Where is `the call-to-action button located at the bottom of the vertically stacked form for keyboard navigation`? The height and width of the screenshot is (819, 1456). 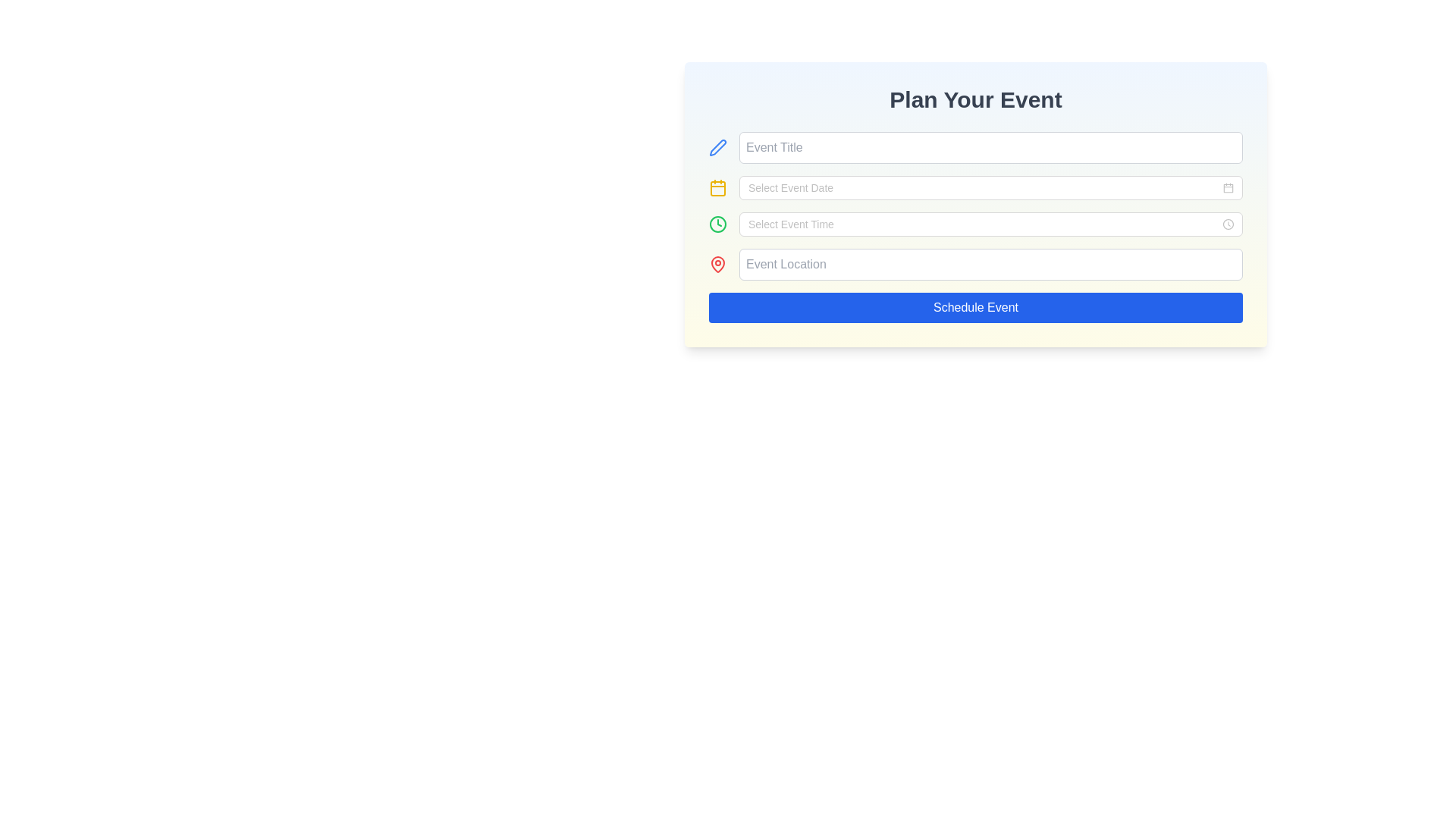
the call-to-action button located at the bottom of the vertically stacked form for keyboard navigation is located at coordinates (975, 307).